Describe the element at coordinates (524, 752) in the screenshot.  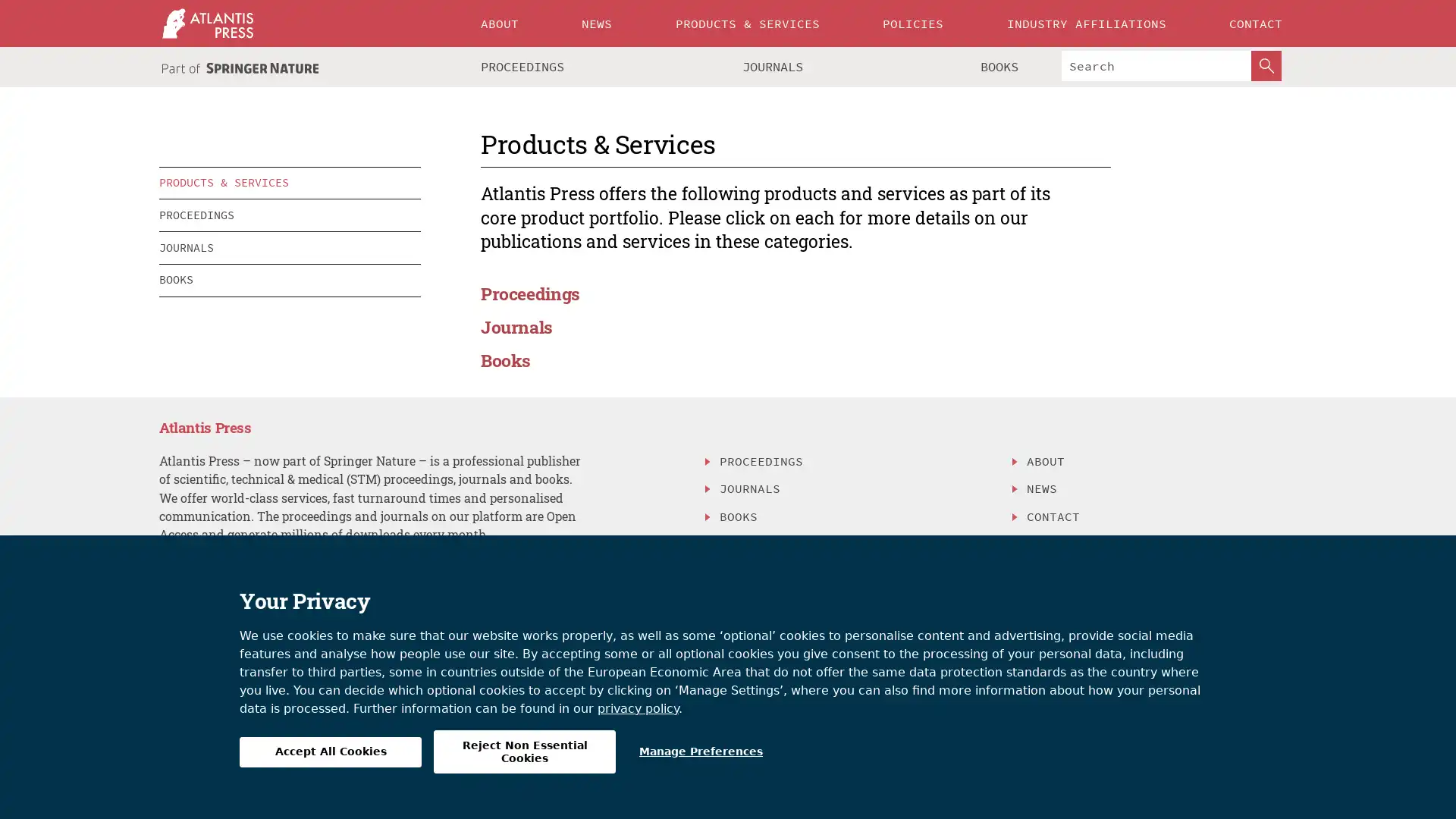
I see `Reject Non Essential Cookies` at that location.